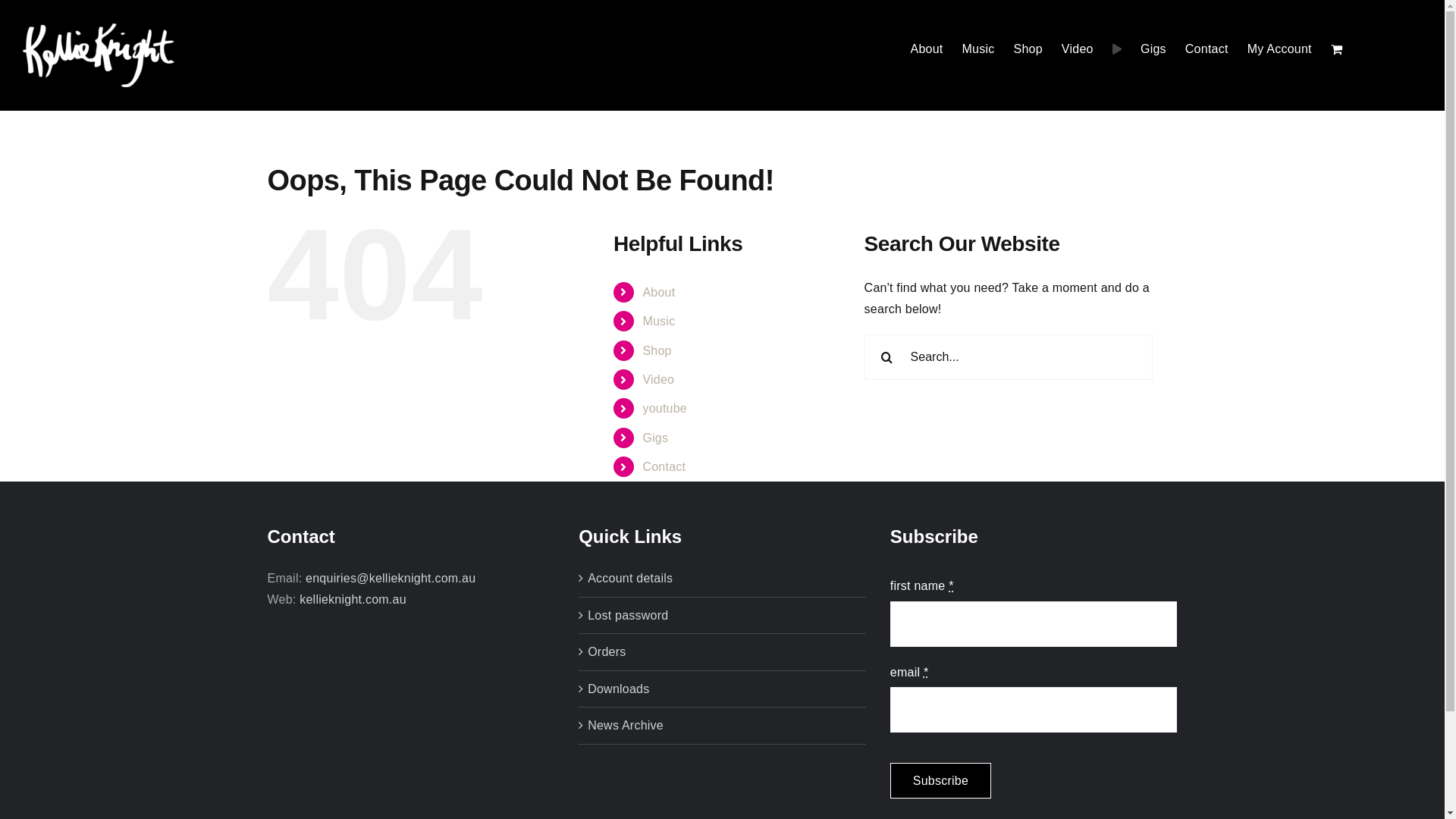 The image size is (1456, 819). I want to click on 'About', so click(658, 292).